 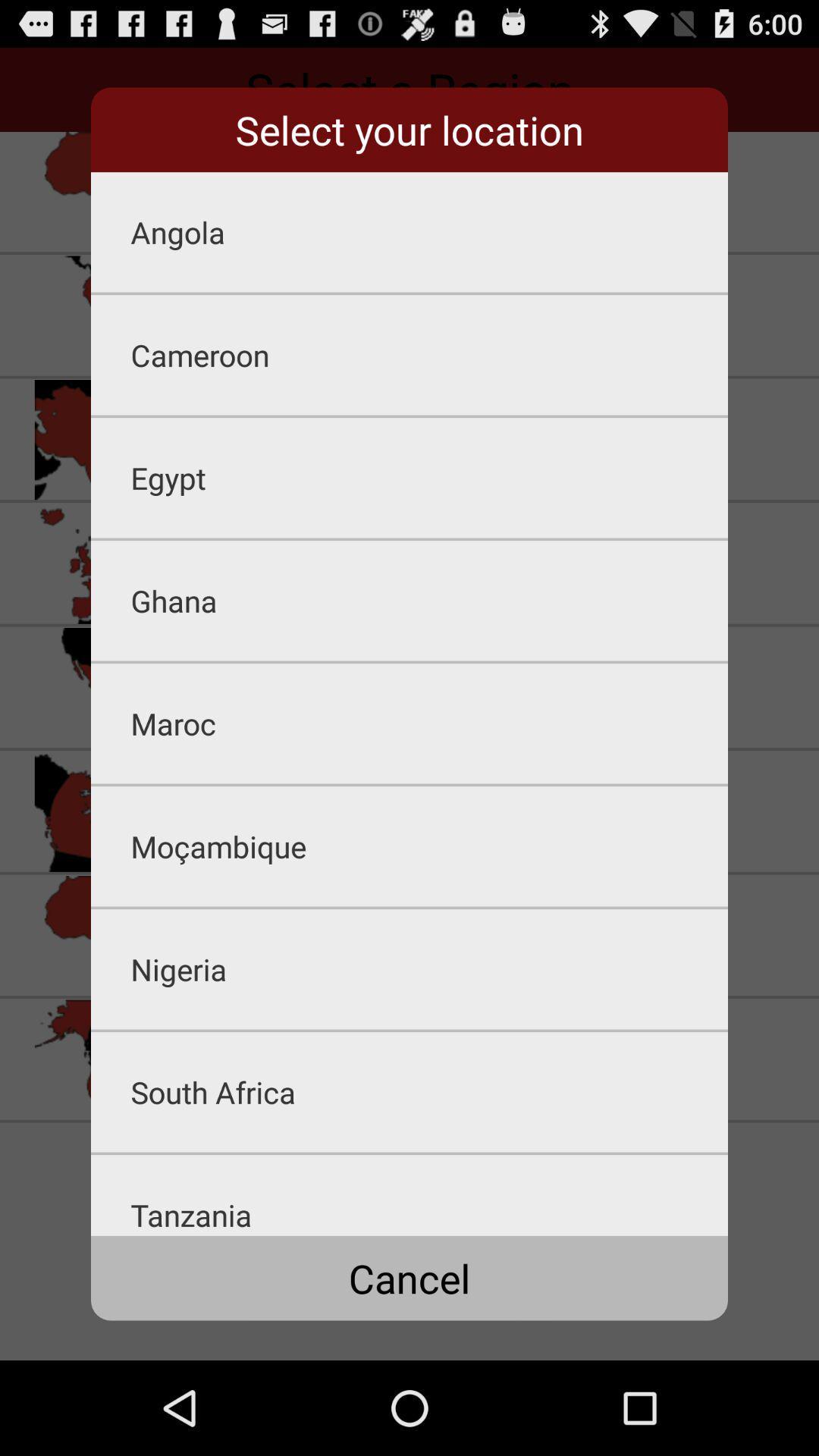 I want to click on the cancel app, so click(x=409, y=1277).